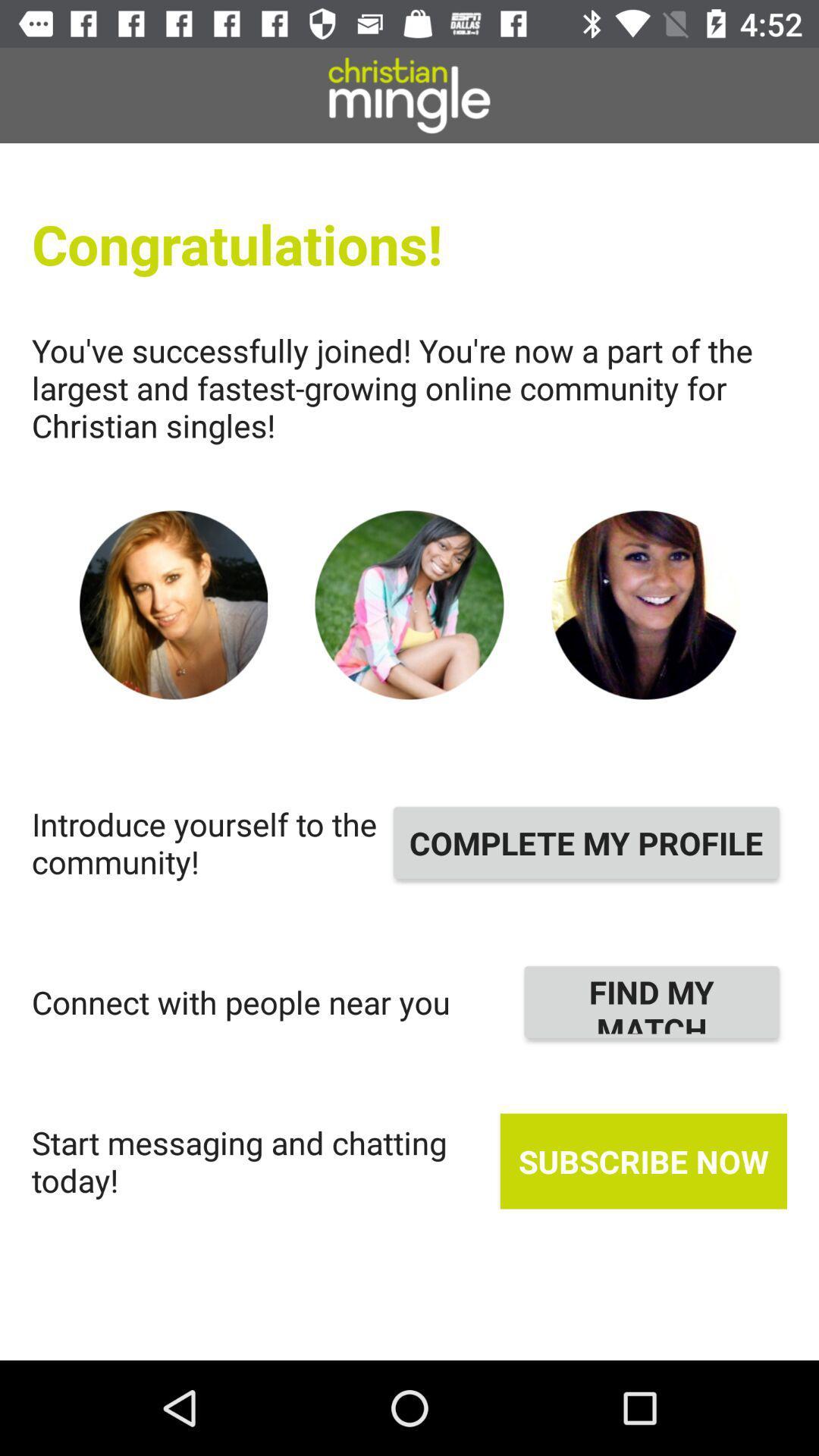 This screenshot has width=819, height=1456. What do you see at coordinates (643, 1160) in the screenshot?
I see `subscribe now` at bounding box center [643, 1160].